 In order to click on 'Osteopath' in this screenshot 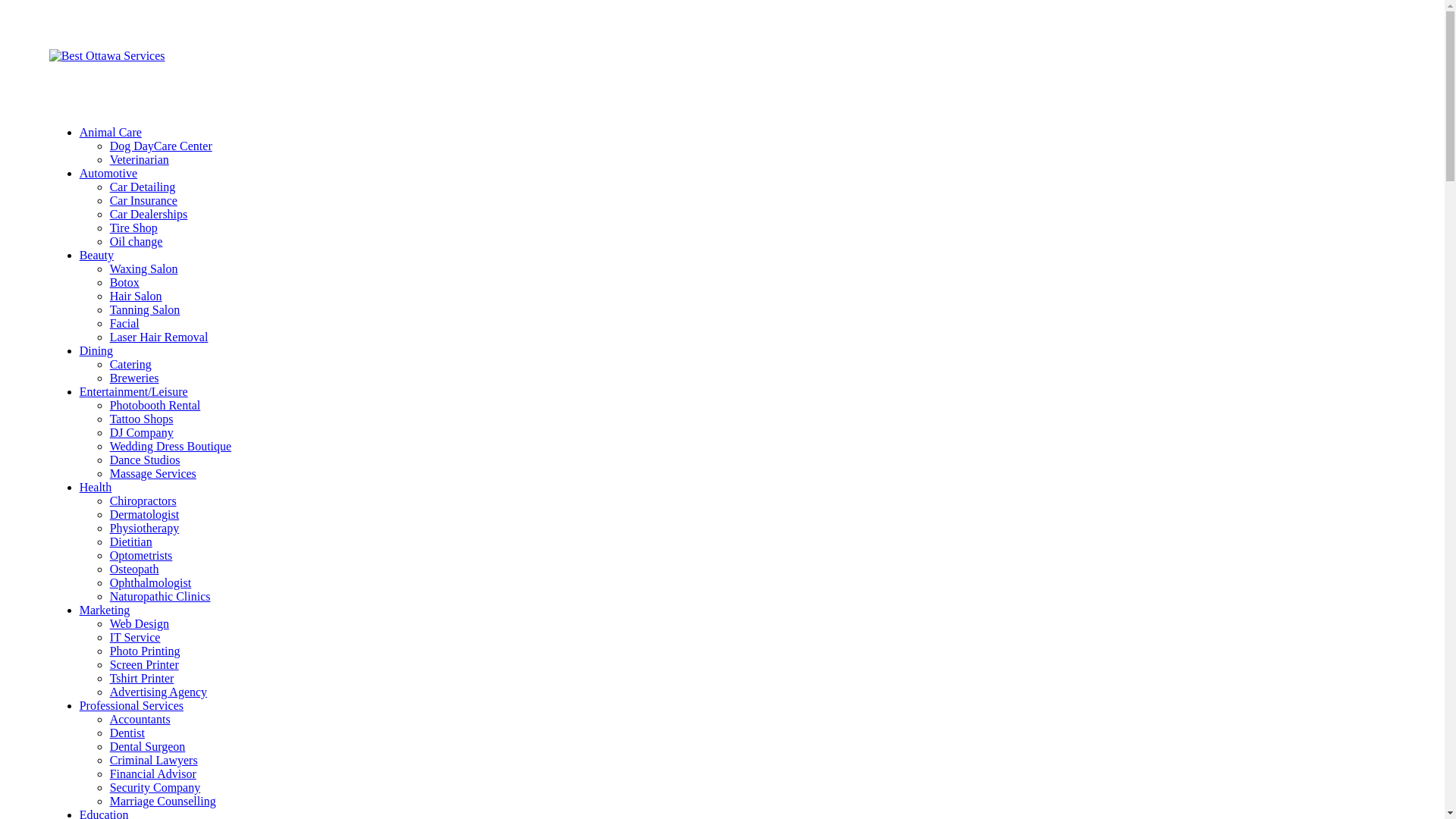, I will do `click(134, 569)`.